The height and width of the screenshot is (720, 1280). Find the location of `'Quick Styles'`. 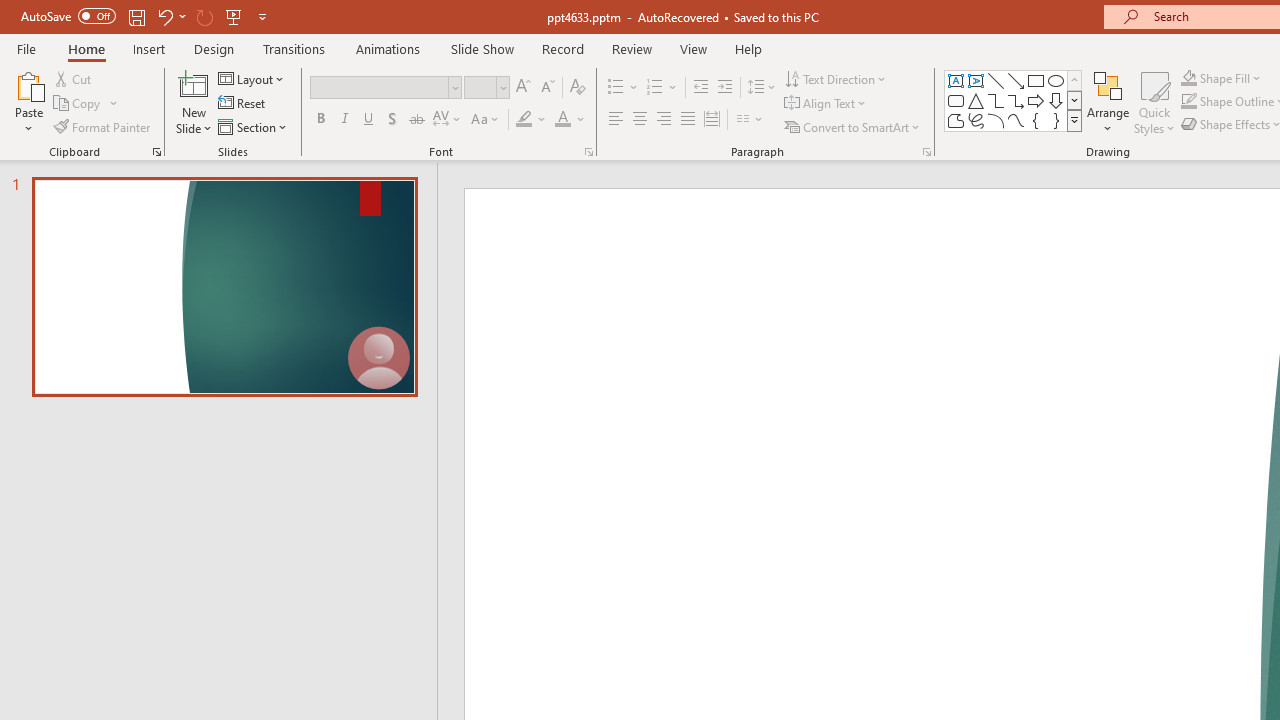

'Quick Styles' is located at coordinates (1154, 103).